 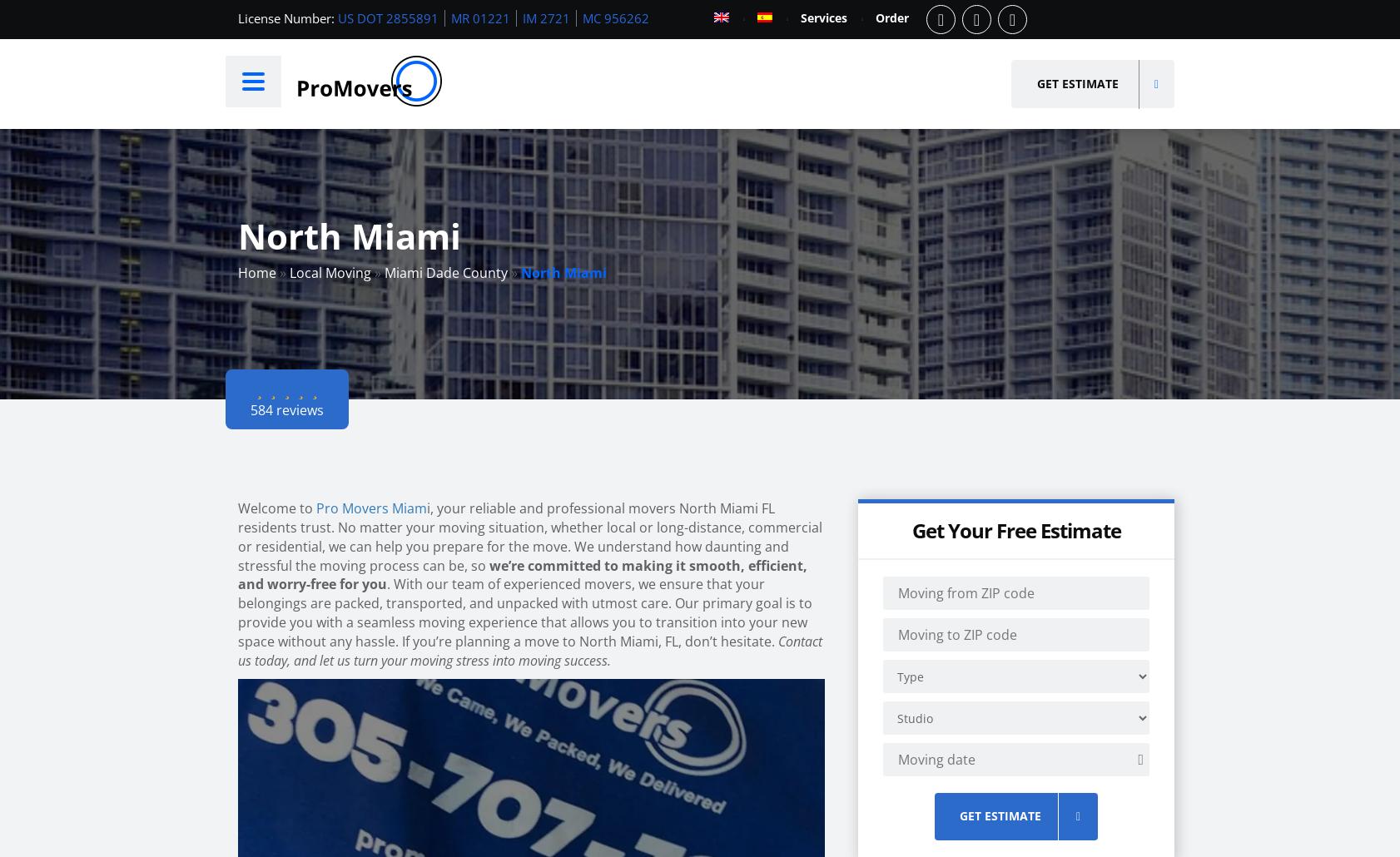 I want to click on 'Contact us today, and let us turn your moving stress into moving success.', so click(x=529, y=649).